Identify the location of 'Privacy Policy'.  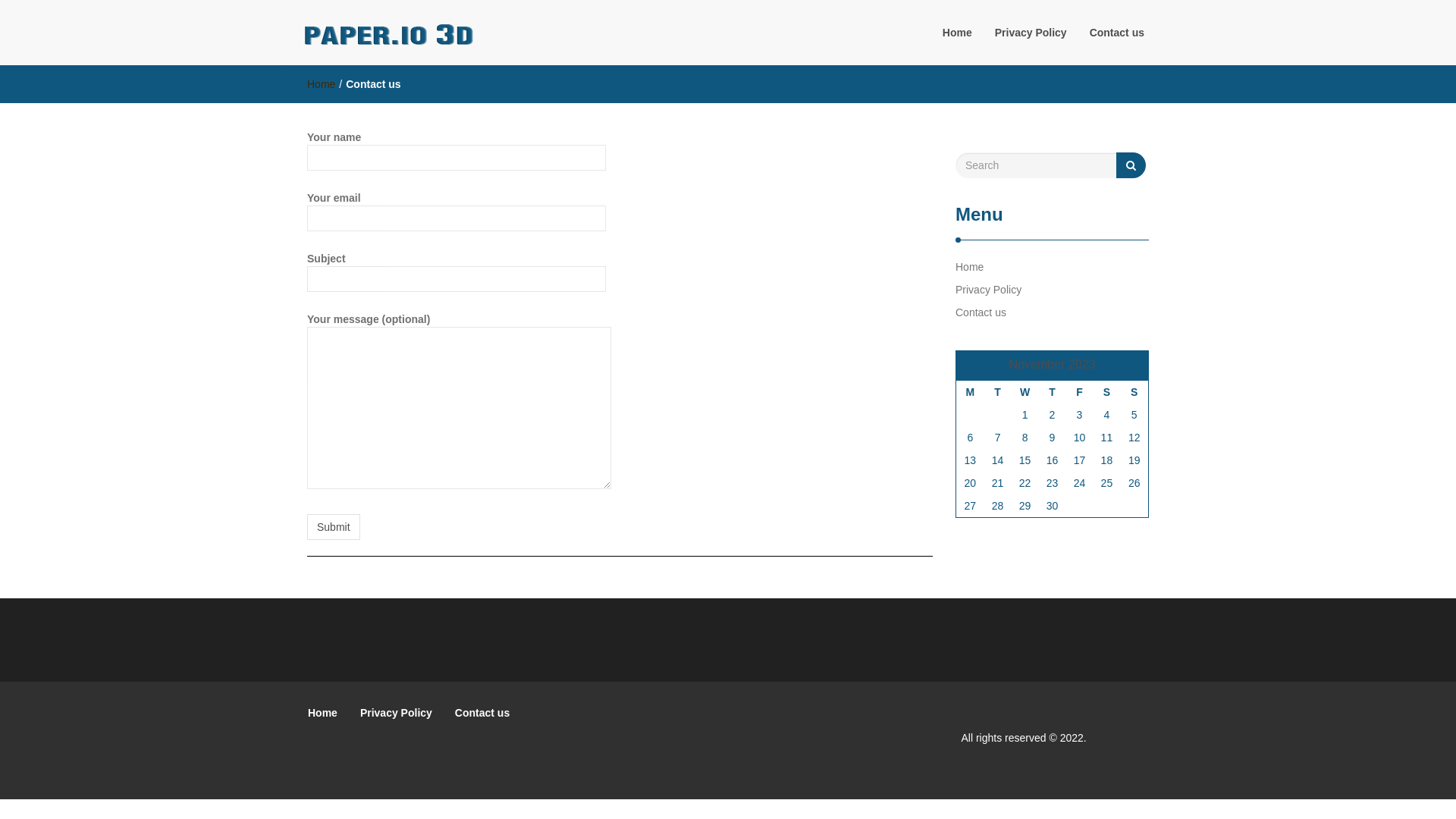
(348, 713).